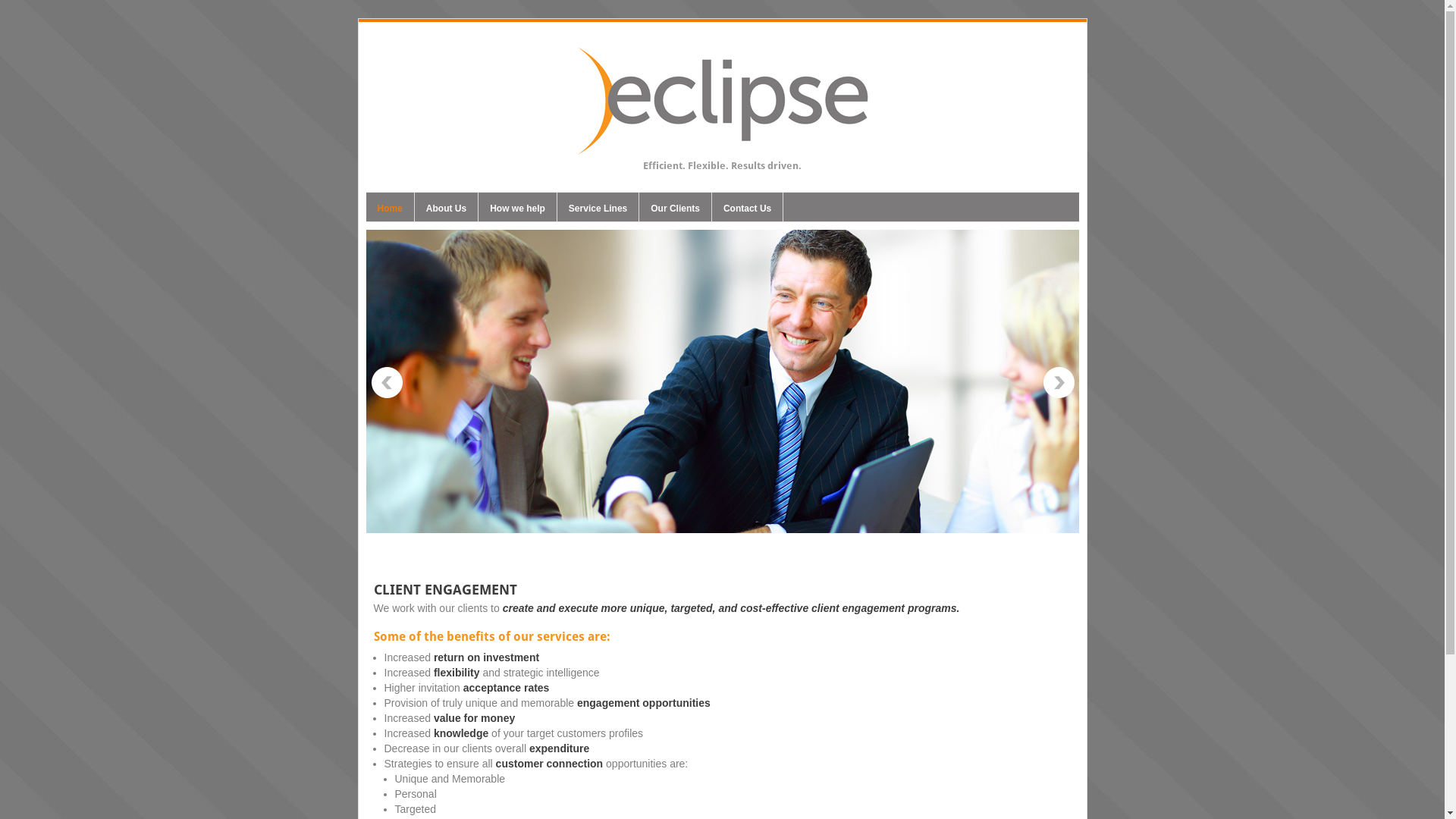 This screenshot has height=819, width=1456. Describe the element at coordinates (720, 147) in the screenshot. I see `'Eclipse'` at that location.